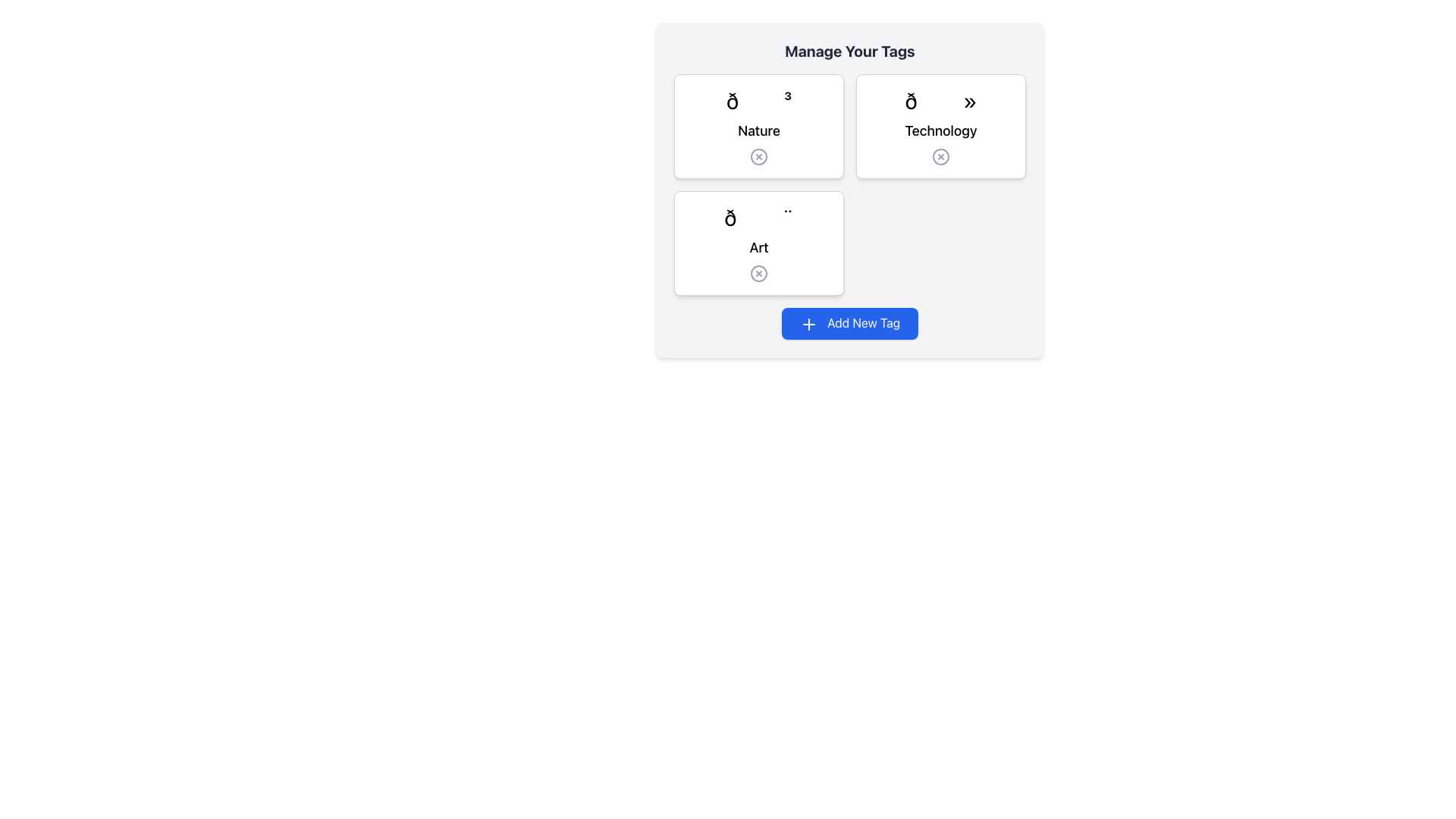 This screenshot has width=1456, height=819. Describe the element at coordinates (808, 323) in the screenshot. I see `the minimalistic '+' icon located inside the blue button labeled 'Add New Tag' at the bottom-center area of the interface` at that location.